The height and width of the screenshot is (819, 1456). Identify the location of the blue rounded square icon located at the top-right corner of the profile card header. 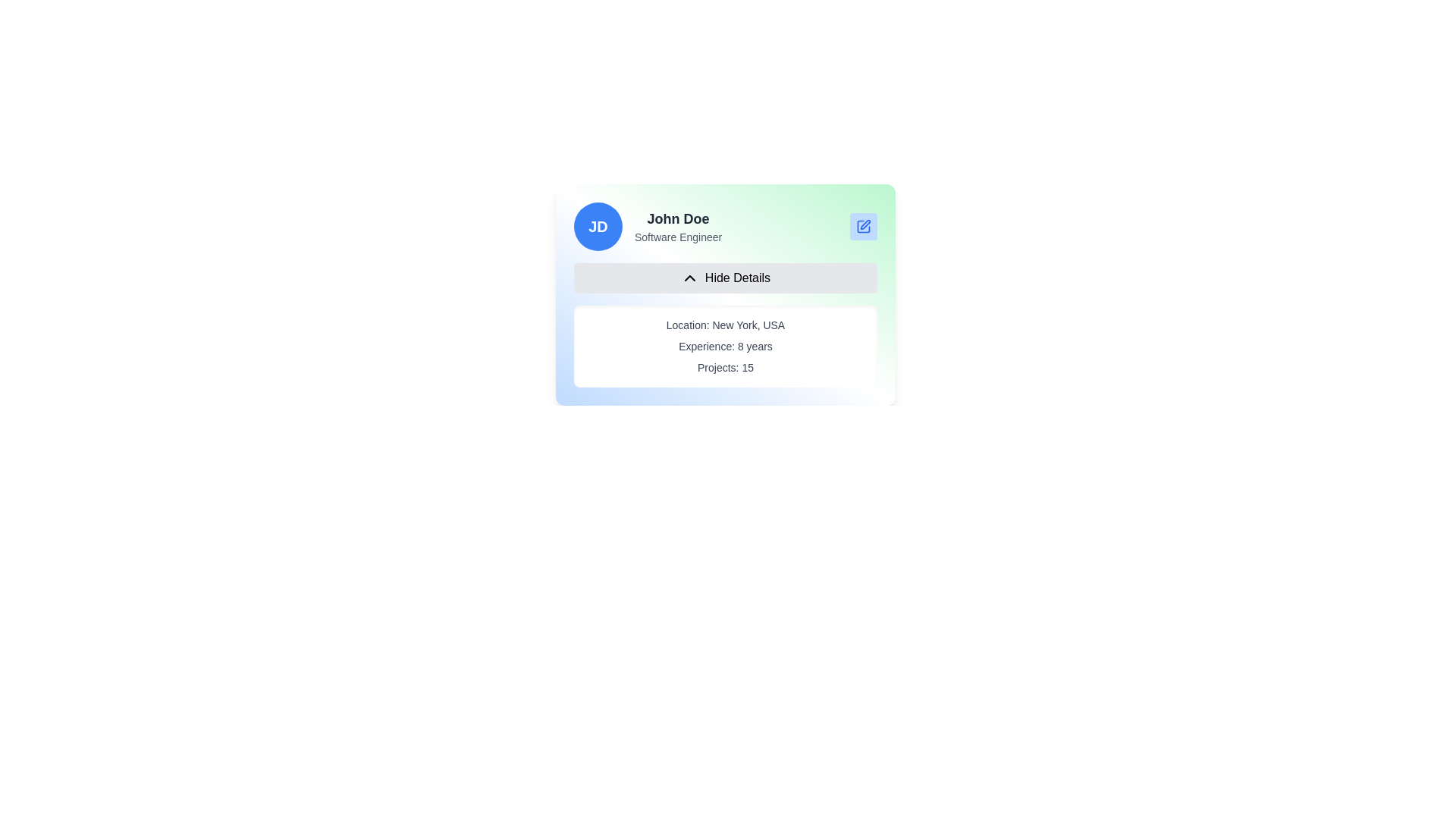
(863, 227).